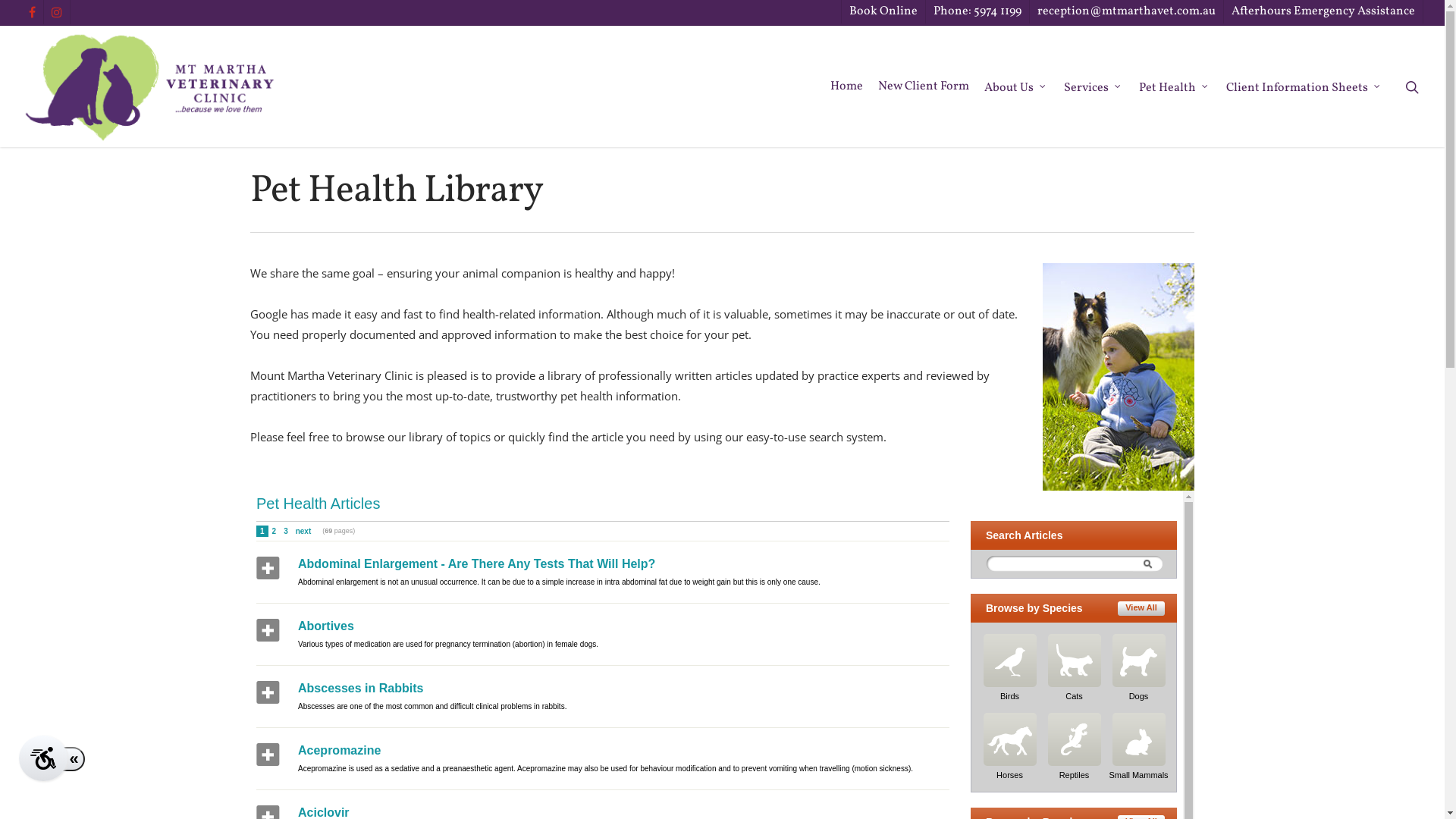 This screenshot has height=819, width=1456. Describe the element at coordinates (1304, 86) in the screenshot. I see `'Client Information Sheets'` at that location.